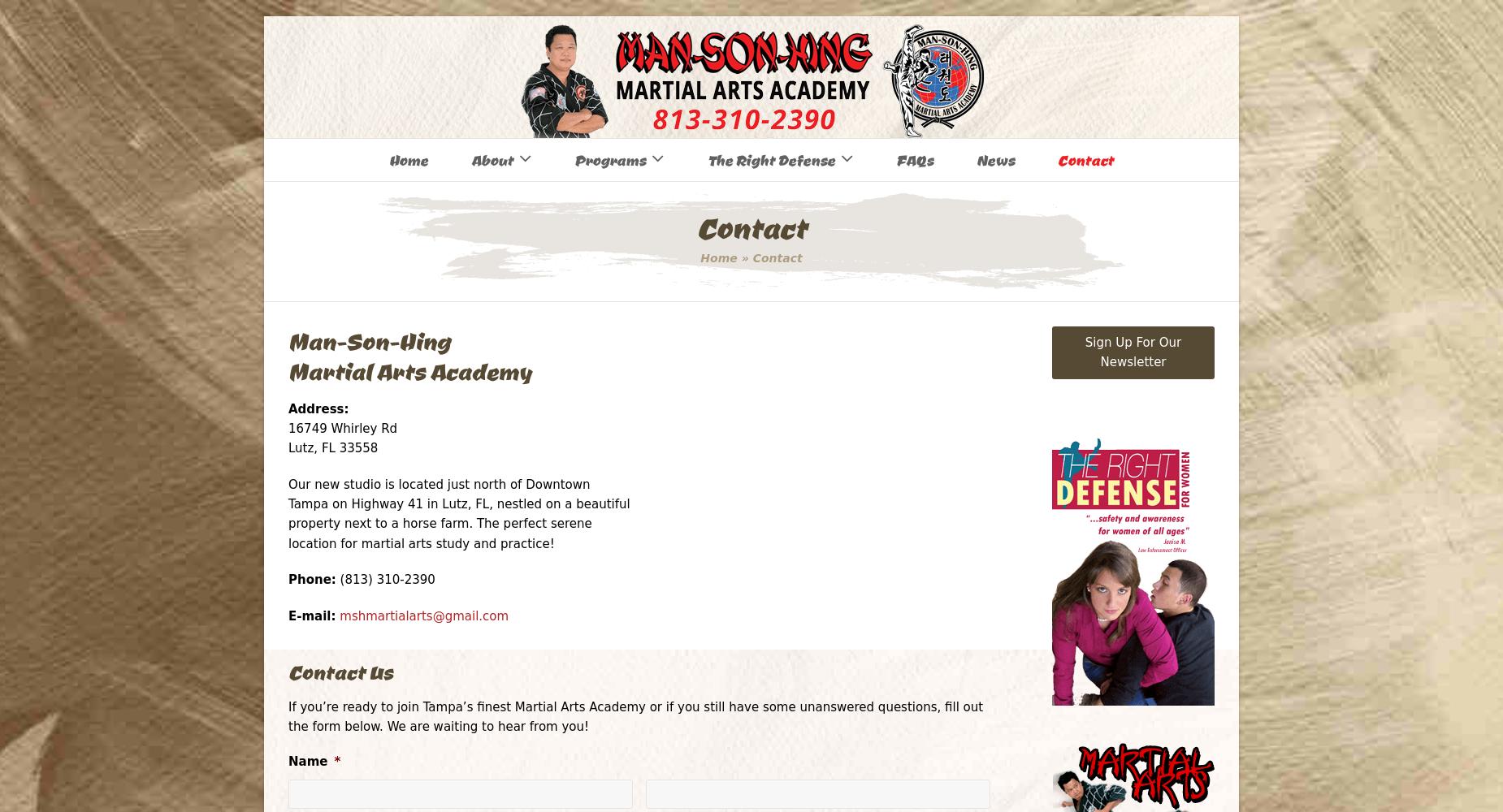  I want to click on 'Martial Arts Style', so click(461, 227).